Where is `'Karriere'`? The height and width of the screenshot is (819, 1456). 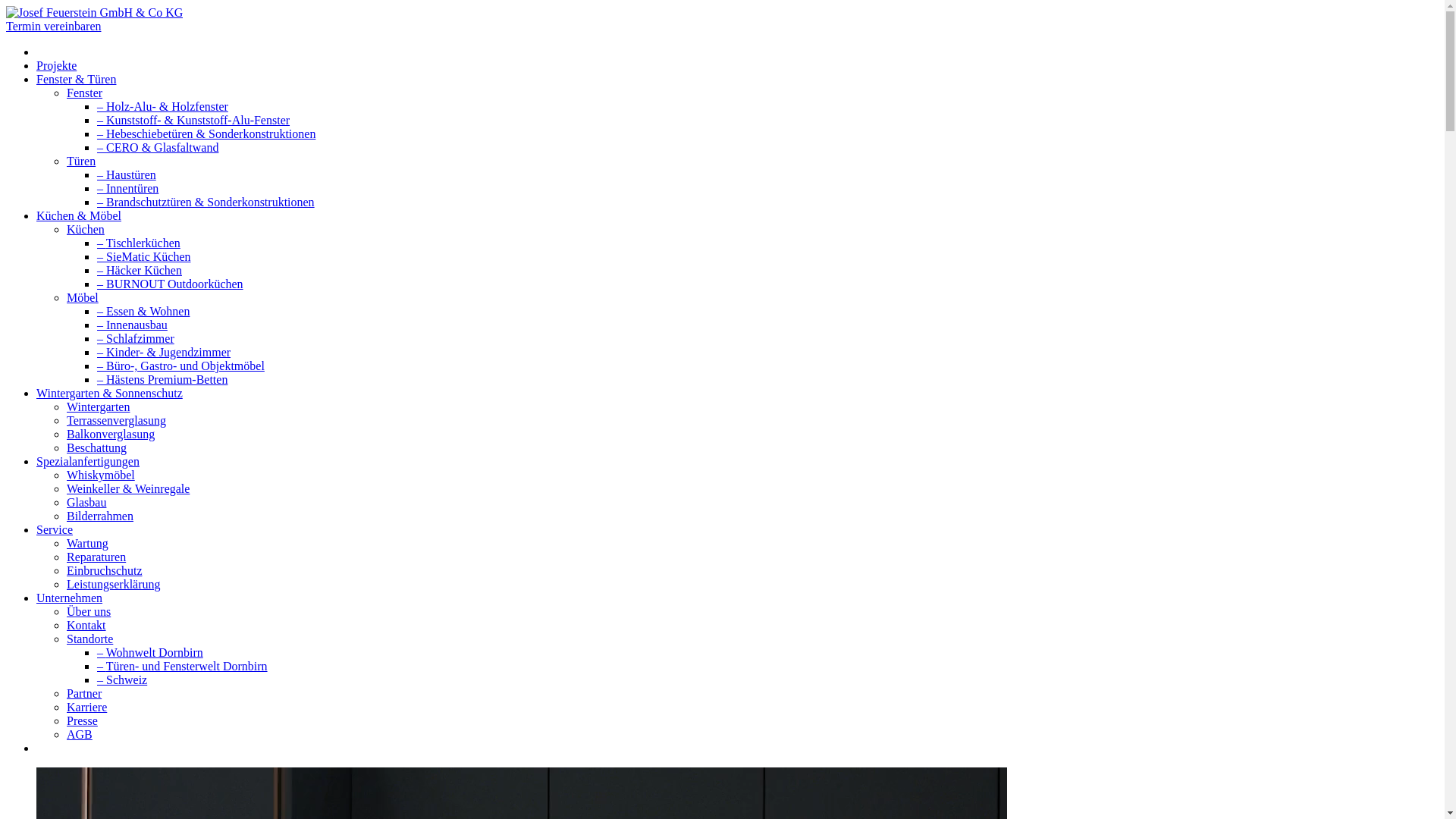 'Karriere' is located at coordinates (86, 707).